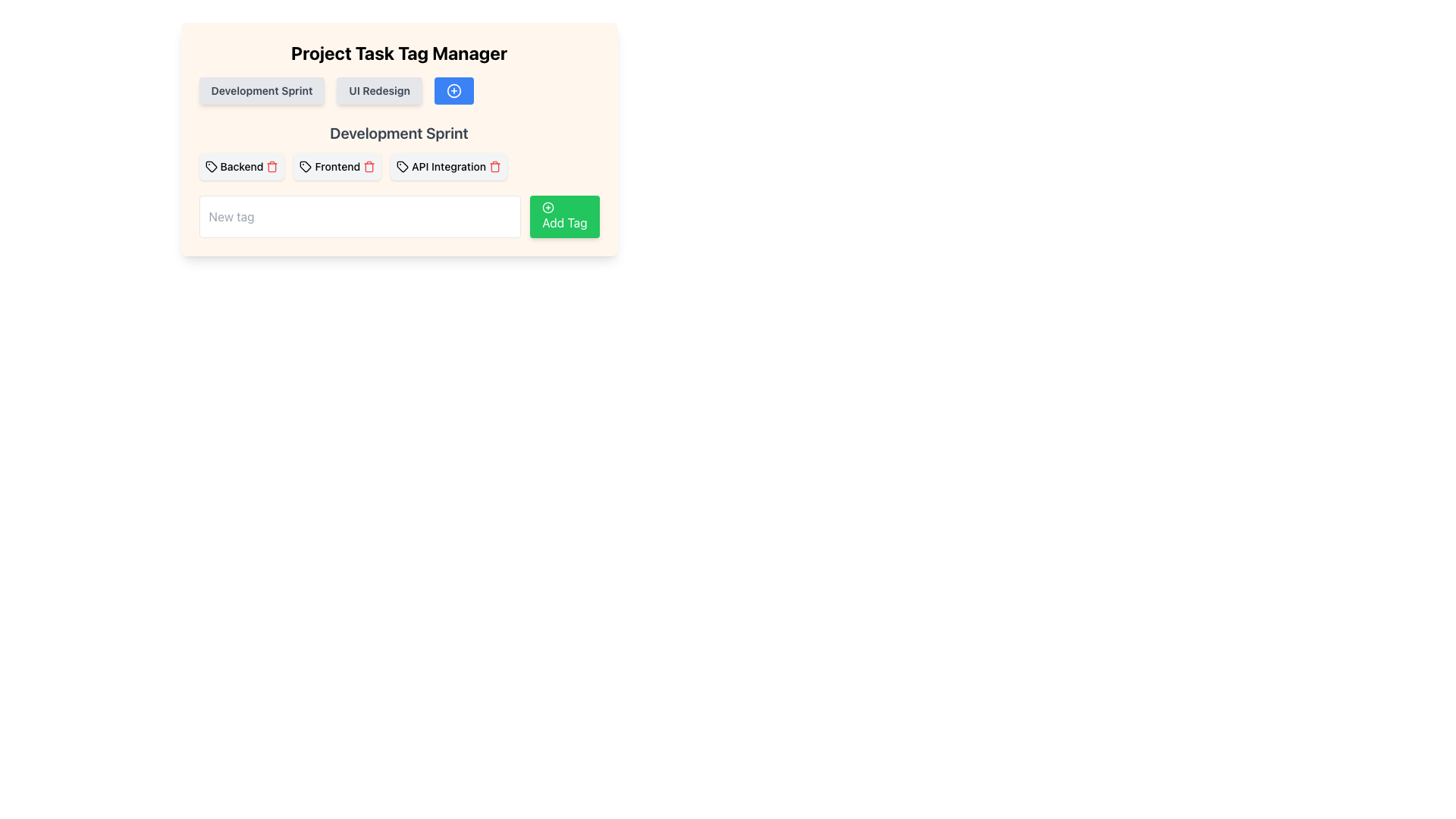 Image resolution: width=1456 pixels, height=819 pixels. I want to click on the text label displaying 'API Integration' with a light gray background and rounded corners, positioned centrally in the row of tags under 'Development Sprint', so click(448, 166).